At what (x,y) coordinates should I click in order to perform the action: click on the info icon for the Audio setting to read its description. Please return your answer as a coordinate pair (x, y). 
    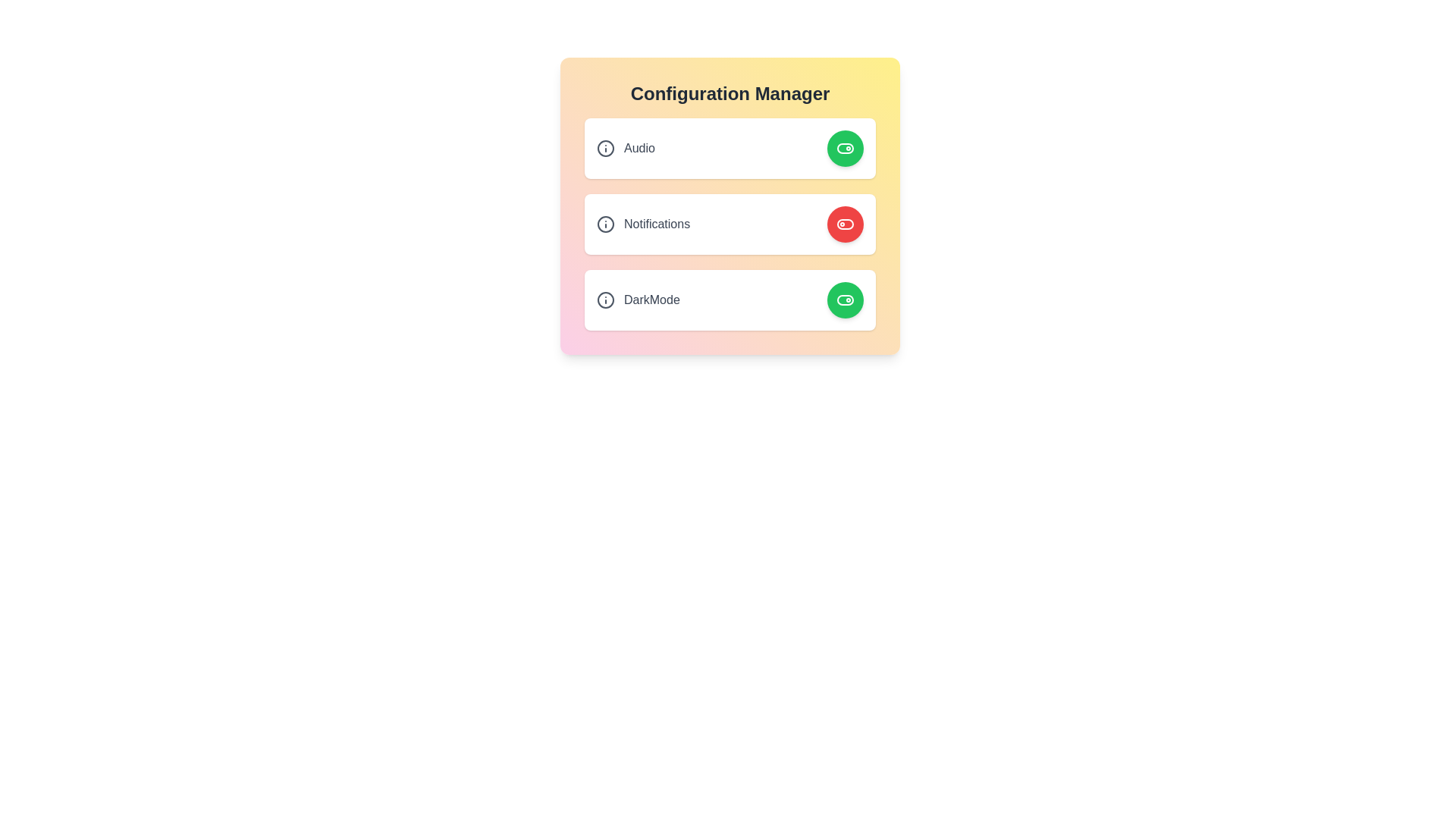
    Looking at the image, I should click on (604, 149).